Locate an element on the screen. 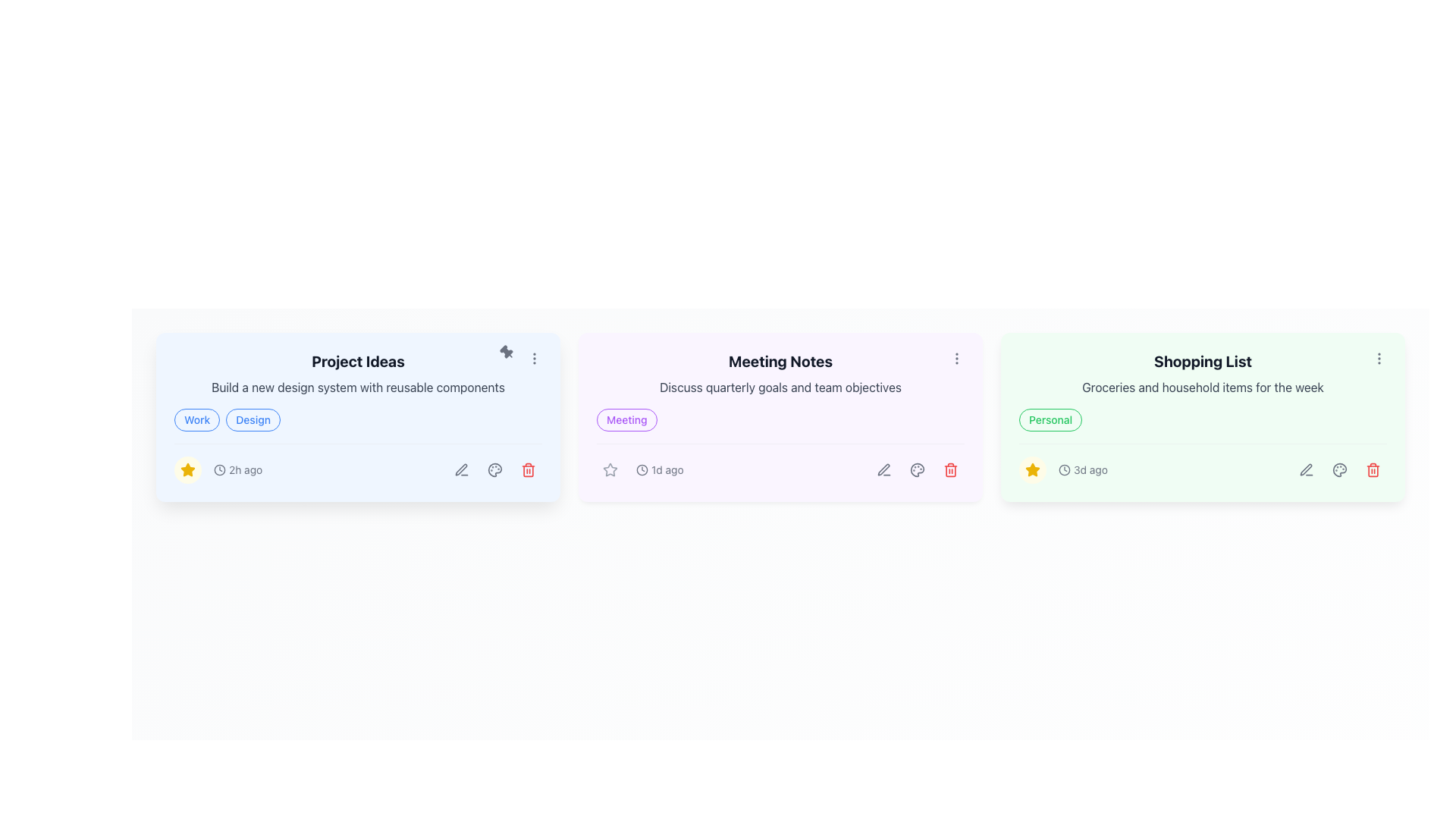  the visual representation of the Icon located in the bottom-left corner of the 'Meeting Notes' card, preceding the text '1d ago' is located at coordinates (642, 469).